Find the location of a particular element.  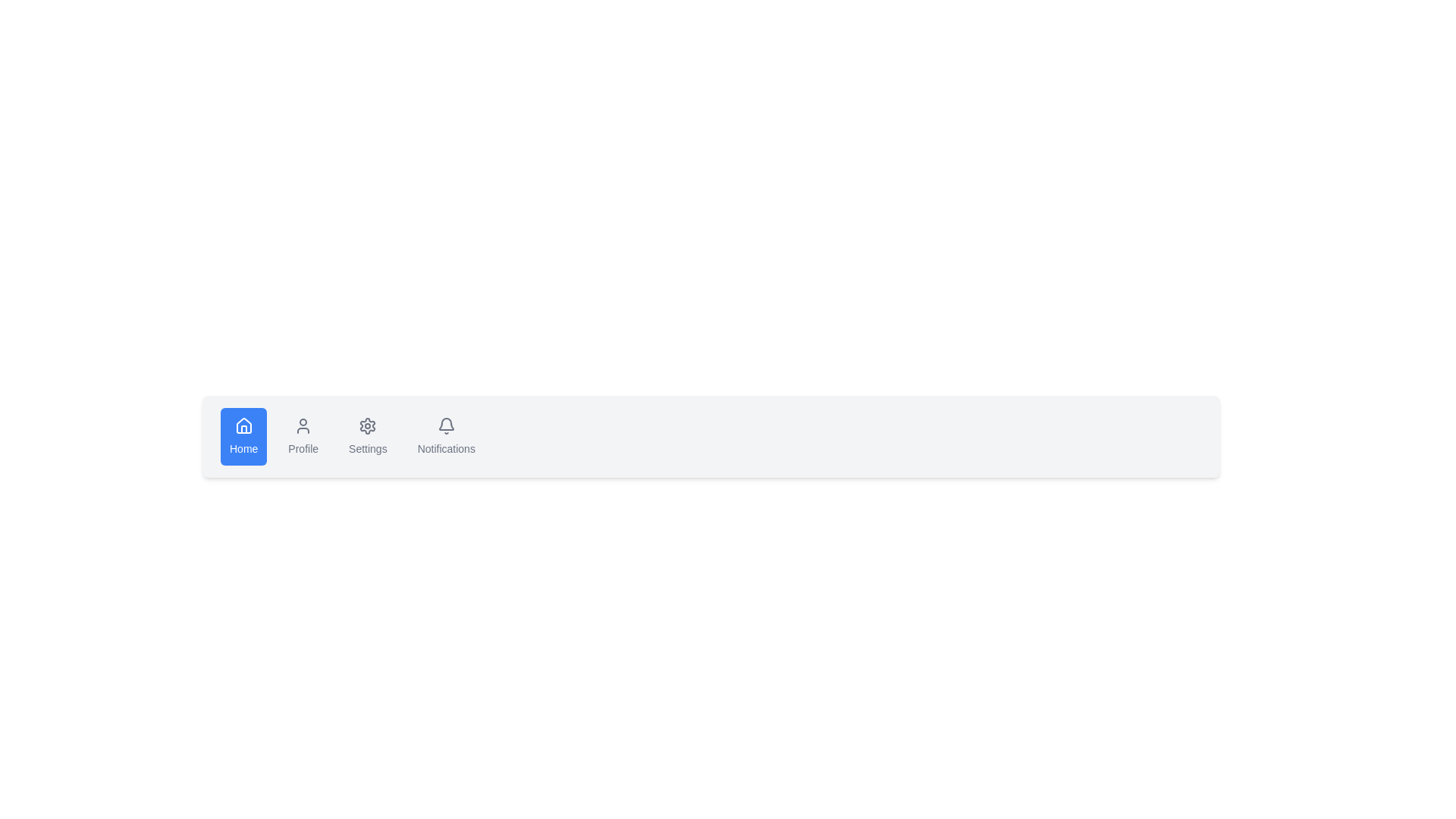

the 'Settings' button, which features a gear icon and is the third item in the horizontal menu bar is located at coordinates (368, 436).